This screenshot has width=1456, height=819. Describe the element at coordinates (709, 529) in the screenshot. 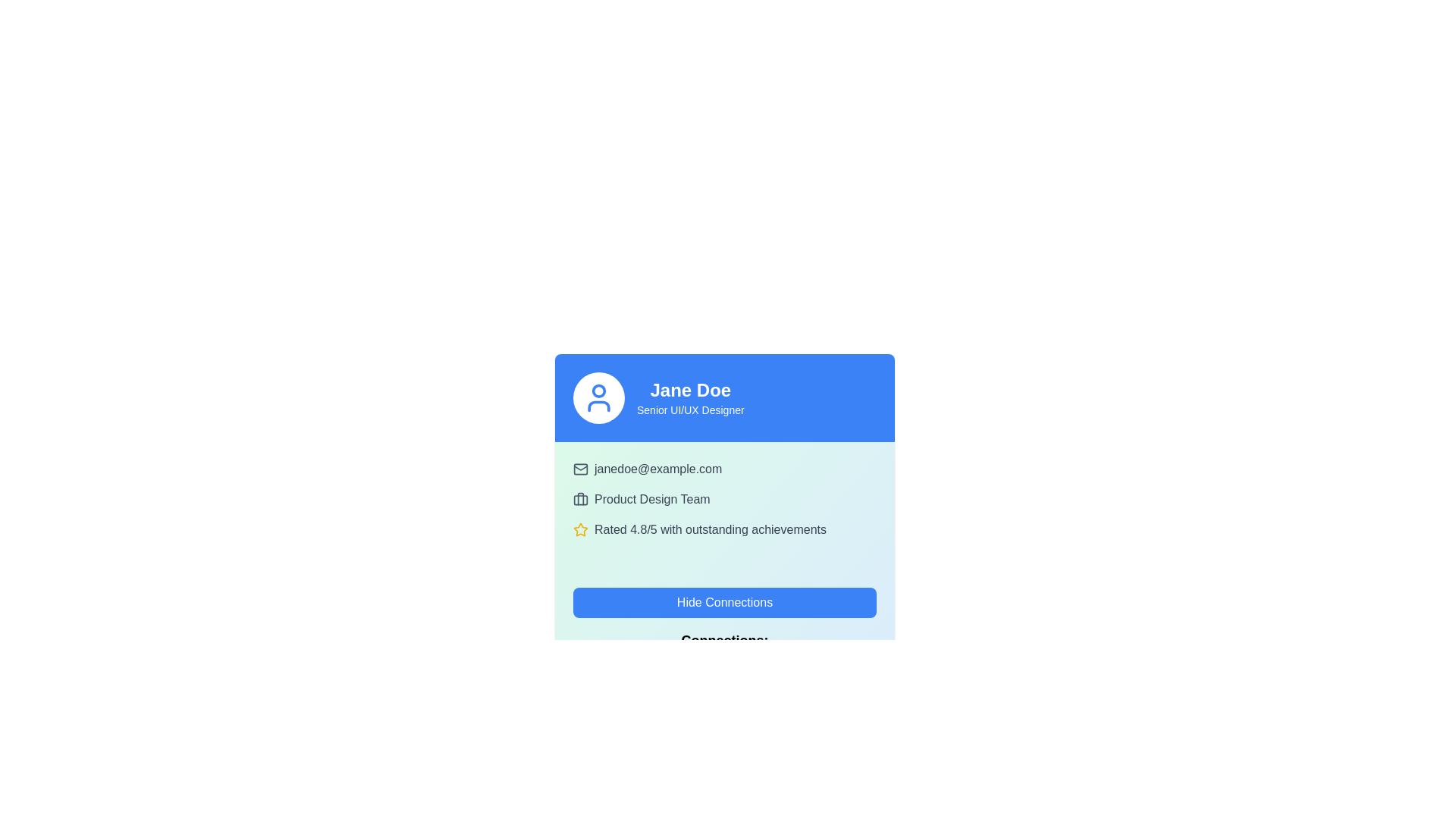

I see `text displayed in the text label that shows the rating summary or achievement description on the profile card, which is located beneath the email address and team description and above the 'Hide Connections' button` at that location.